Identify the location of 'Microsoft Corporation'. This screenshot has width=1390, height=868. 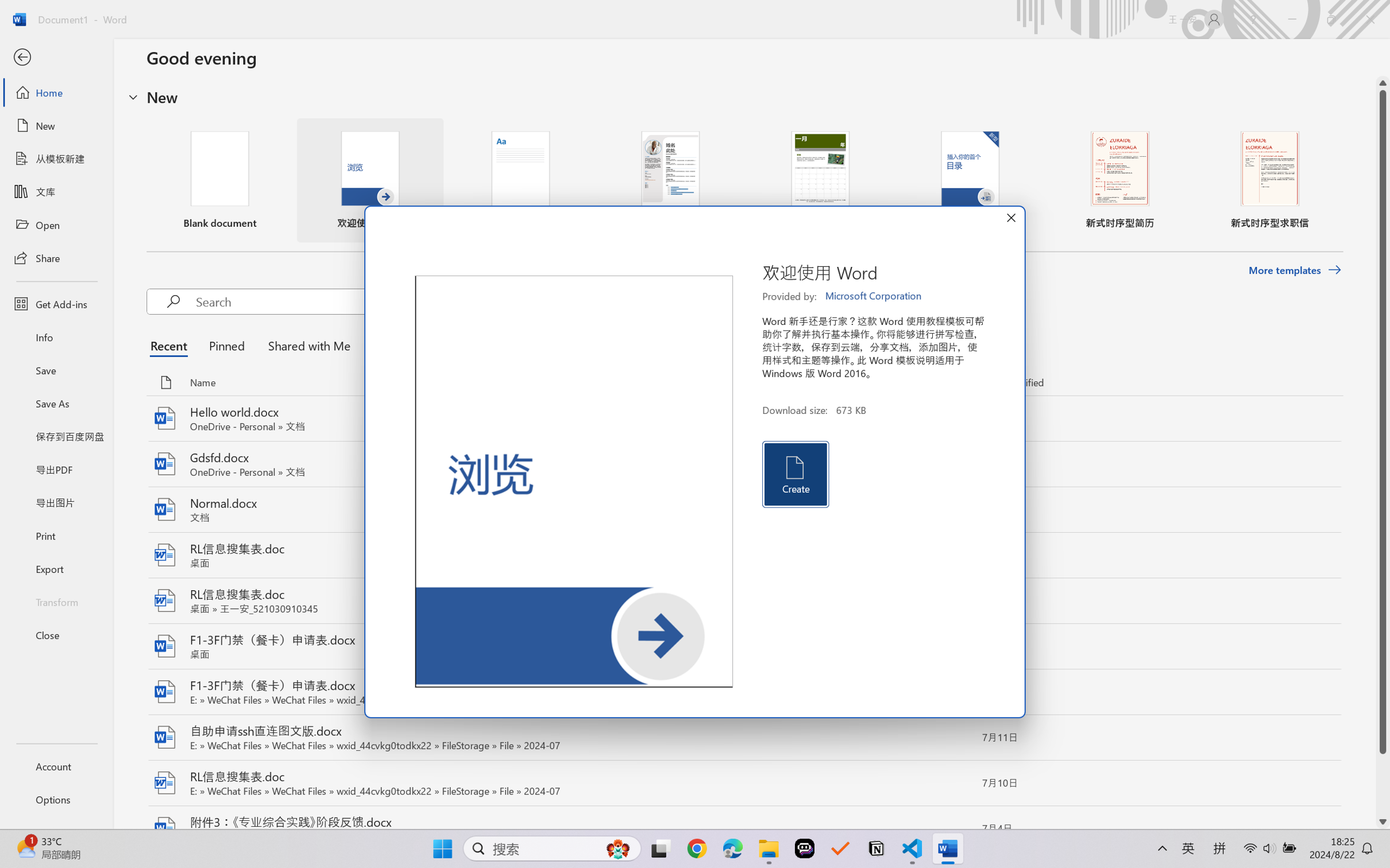
(874, 296).